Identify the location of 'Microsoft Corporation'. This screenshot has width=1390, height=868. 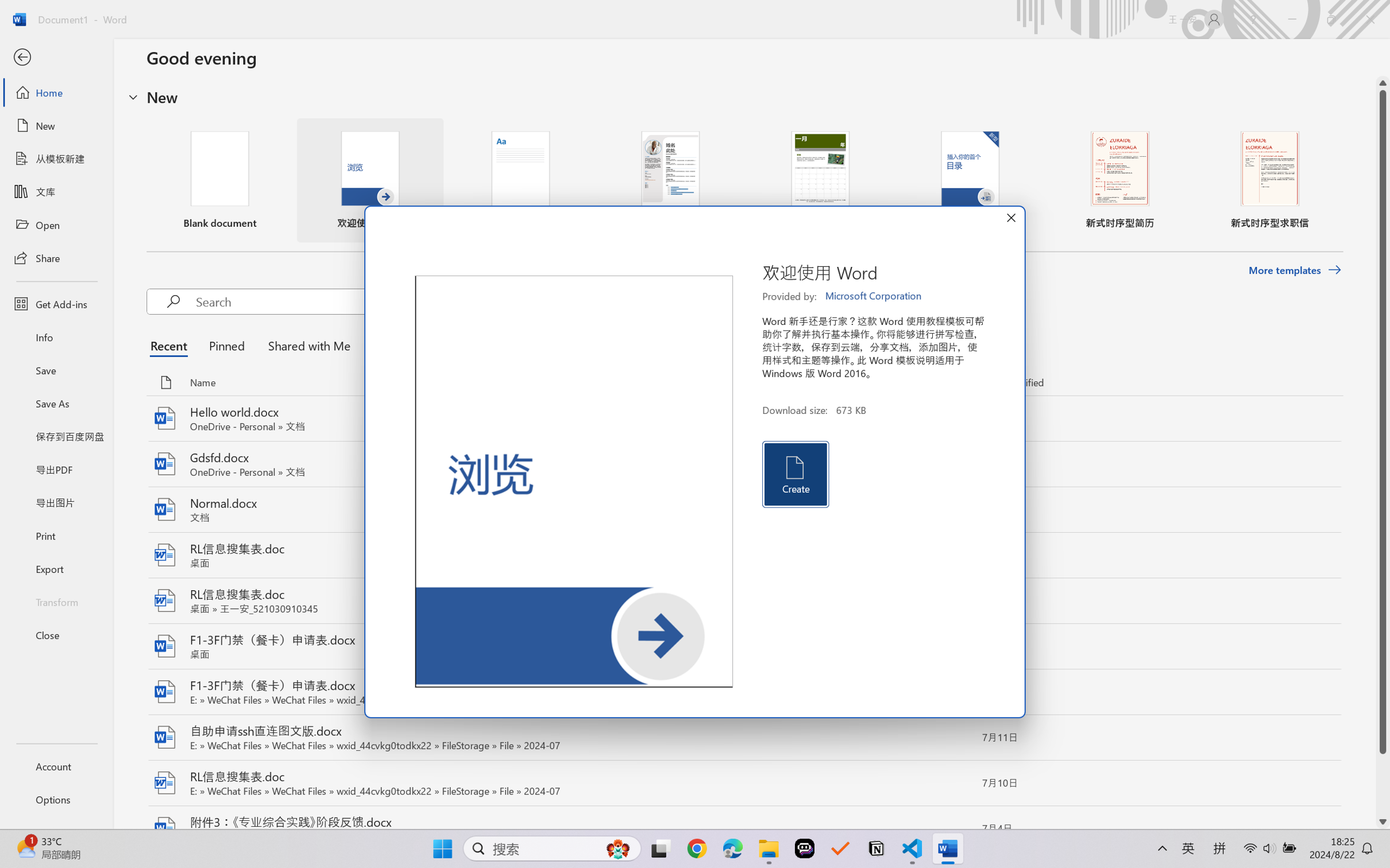
(874, 296).